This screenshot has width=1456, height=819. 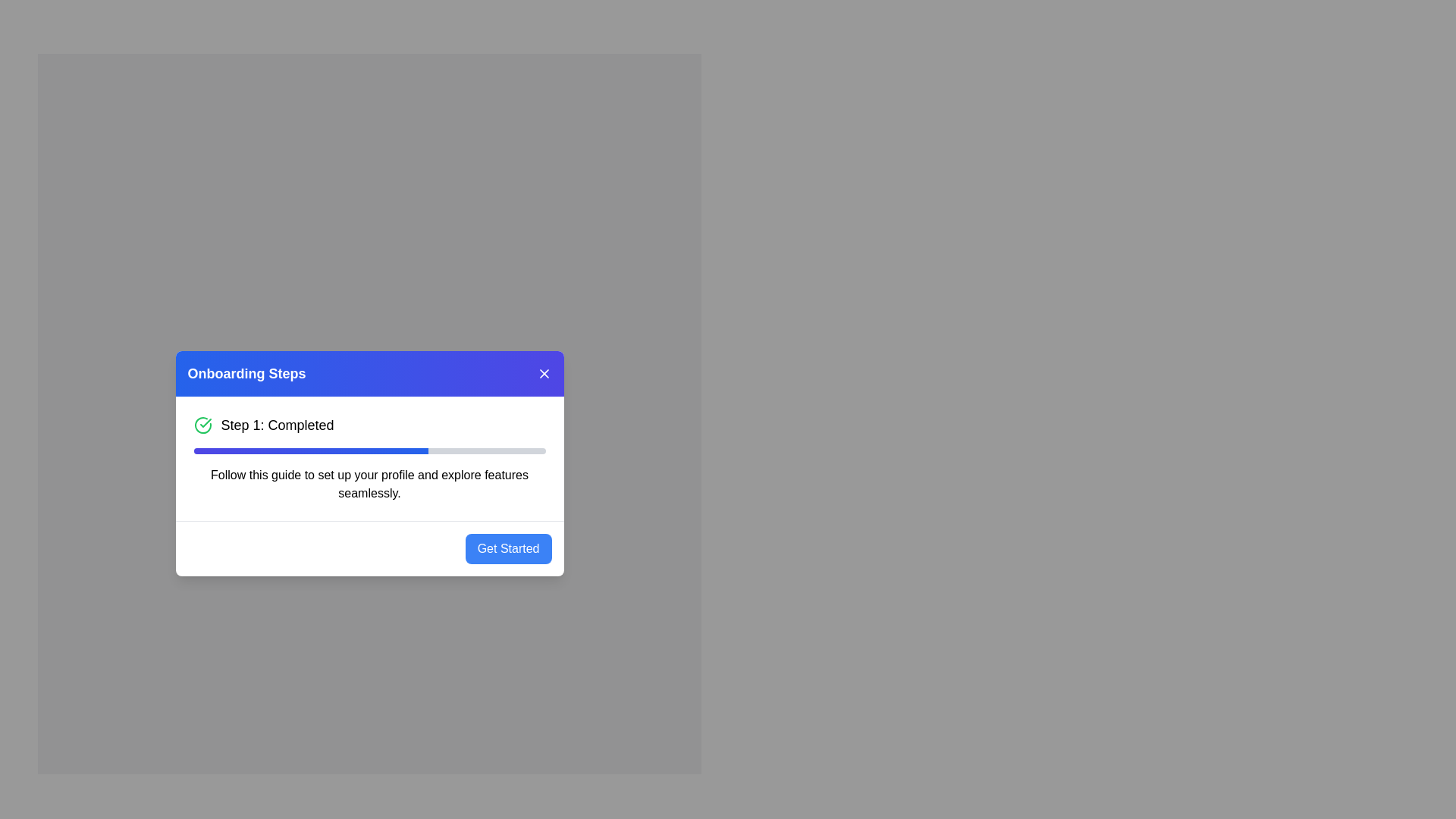 I want to click on the circular icon depicting a checkmark with a green outline, located to the far left of the 'Step 1: Completed' section, so click(x=202, y=425).